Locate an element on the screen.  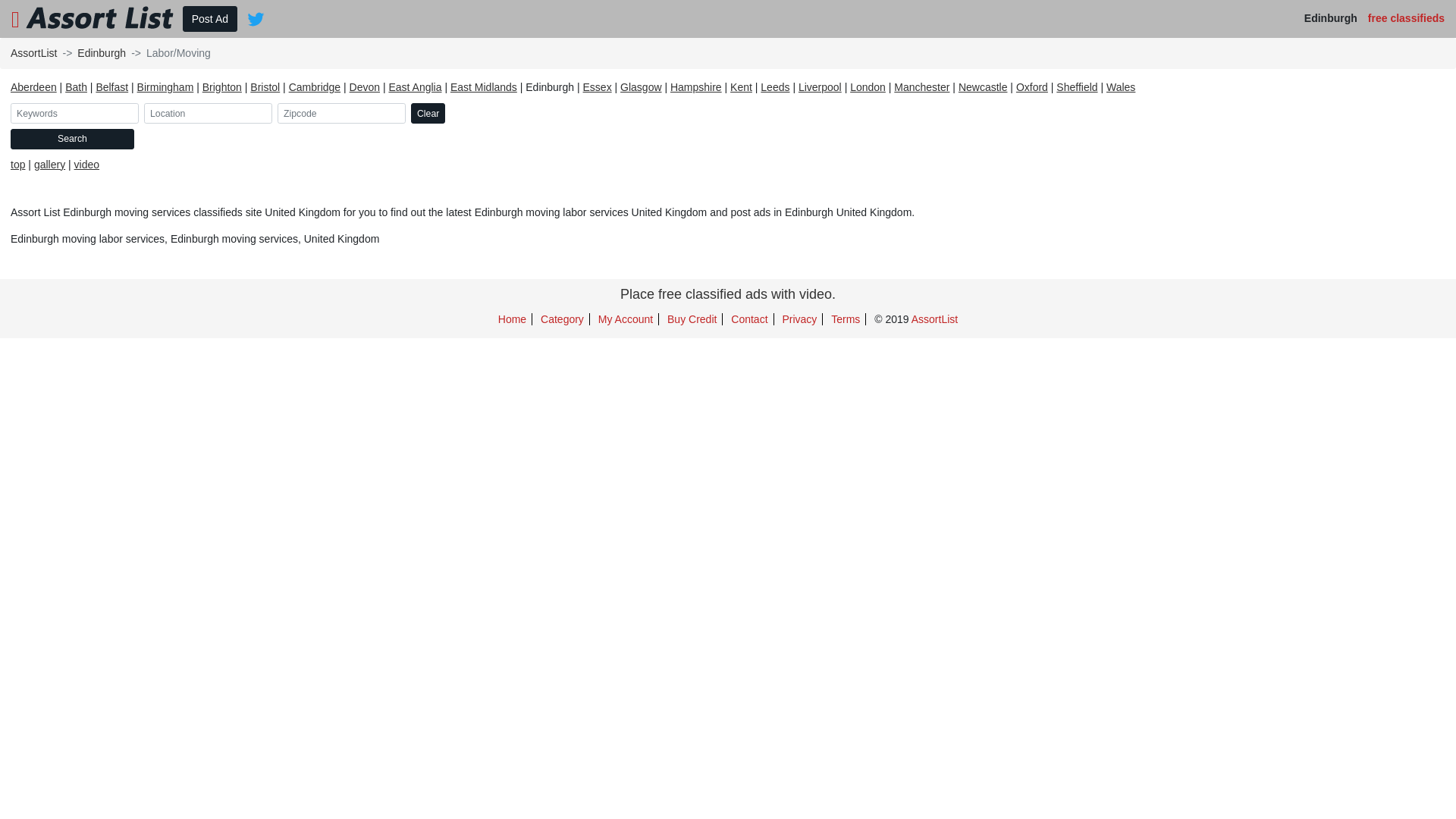
'gallery' is located at coordinates (33, 164).